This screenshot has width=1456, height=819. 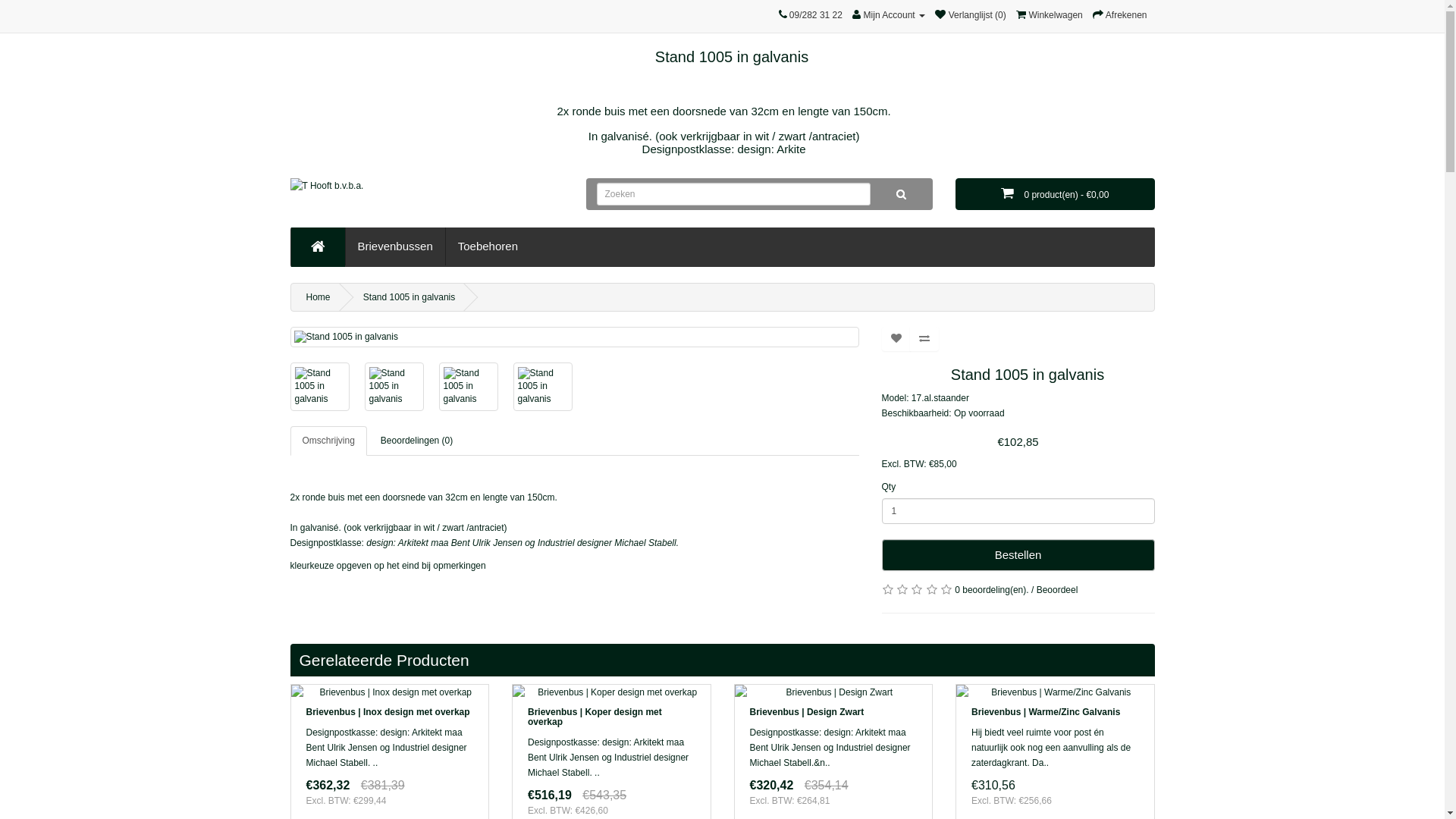 I want to click on 'Winkelwagen', so click(x=1015, y=14).